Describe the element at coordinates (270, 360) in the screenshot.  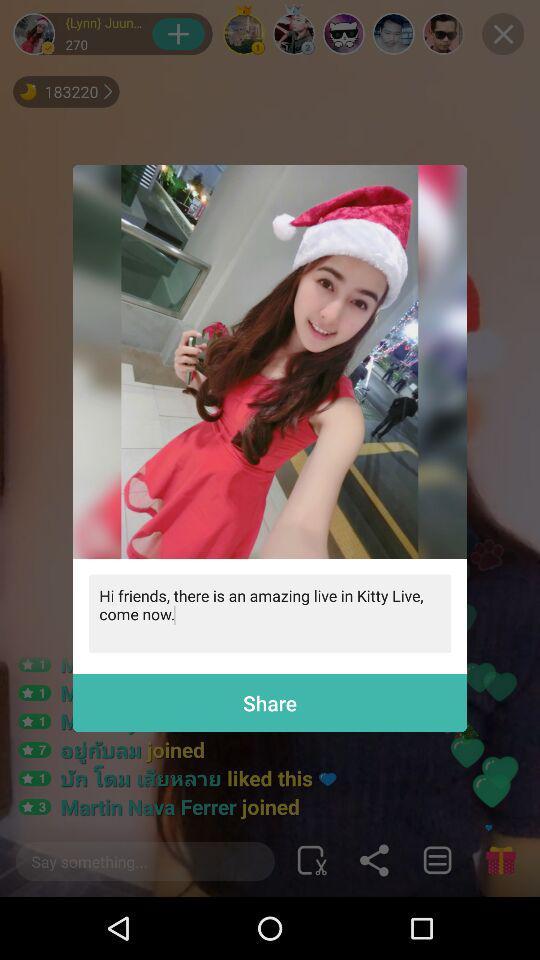
I see `join live stream` at that location.